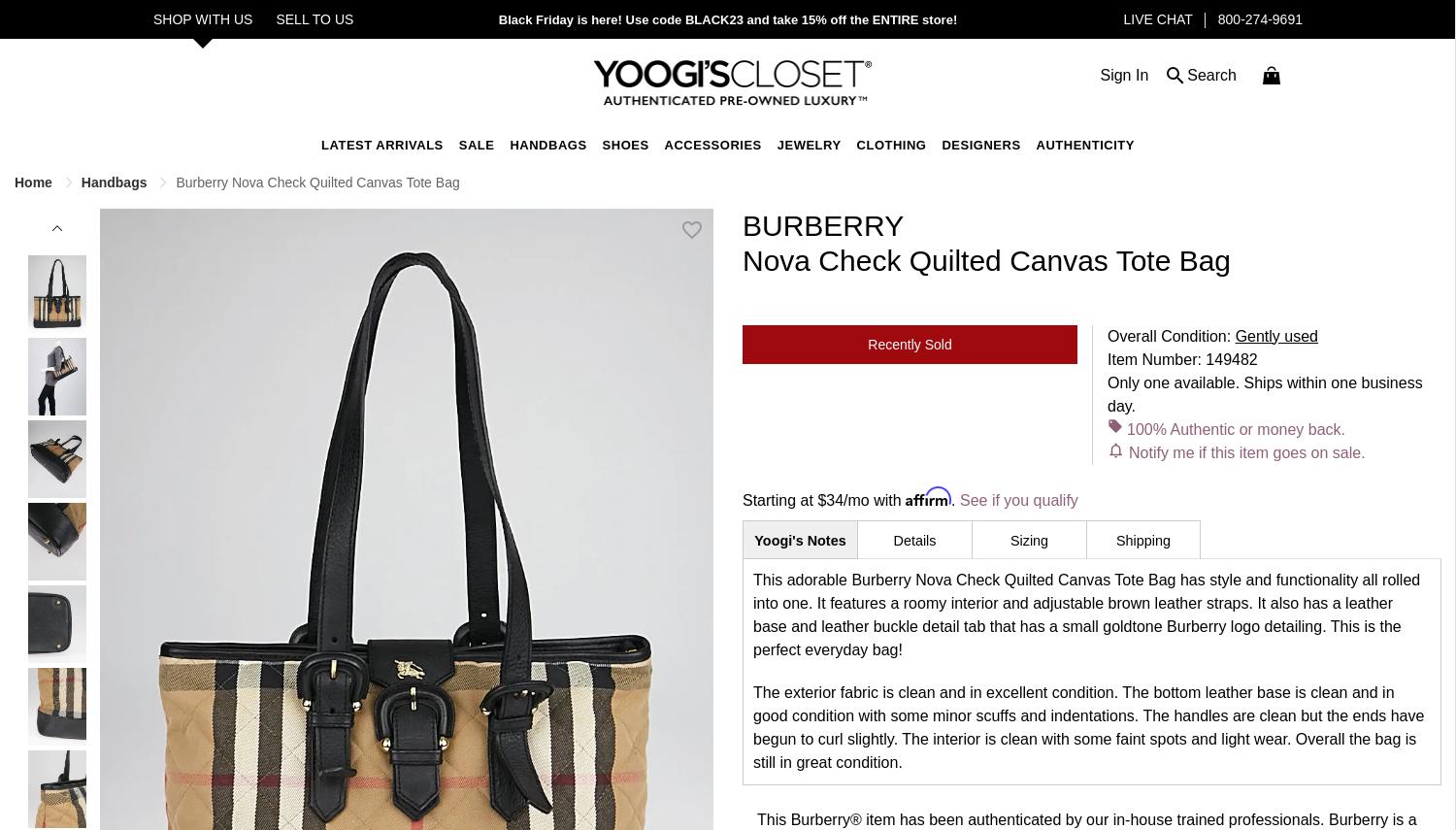 The image size is (1456, 830). I want to click on 'Shipping', so click(1142, 540).